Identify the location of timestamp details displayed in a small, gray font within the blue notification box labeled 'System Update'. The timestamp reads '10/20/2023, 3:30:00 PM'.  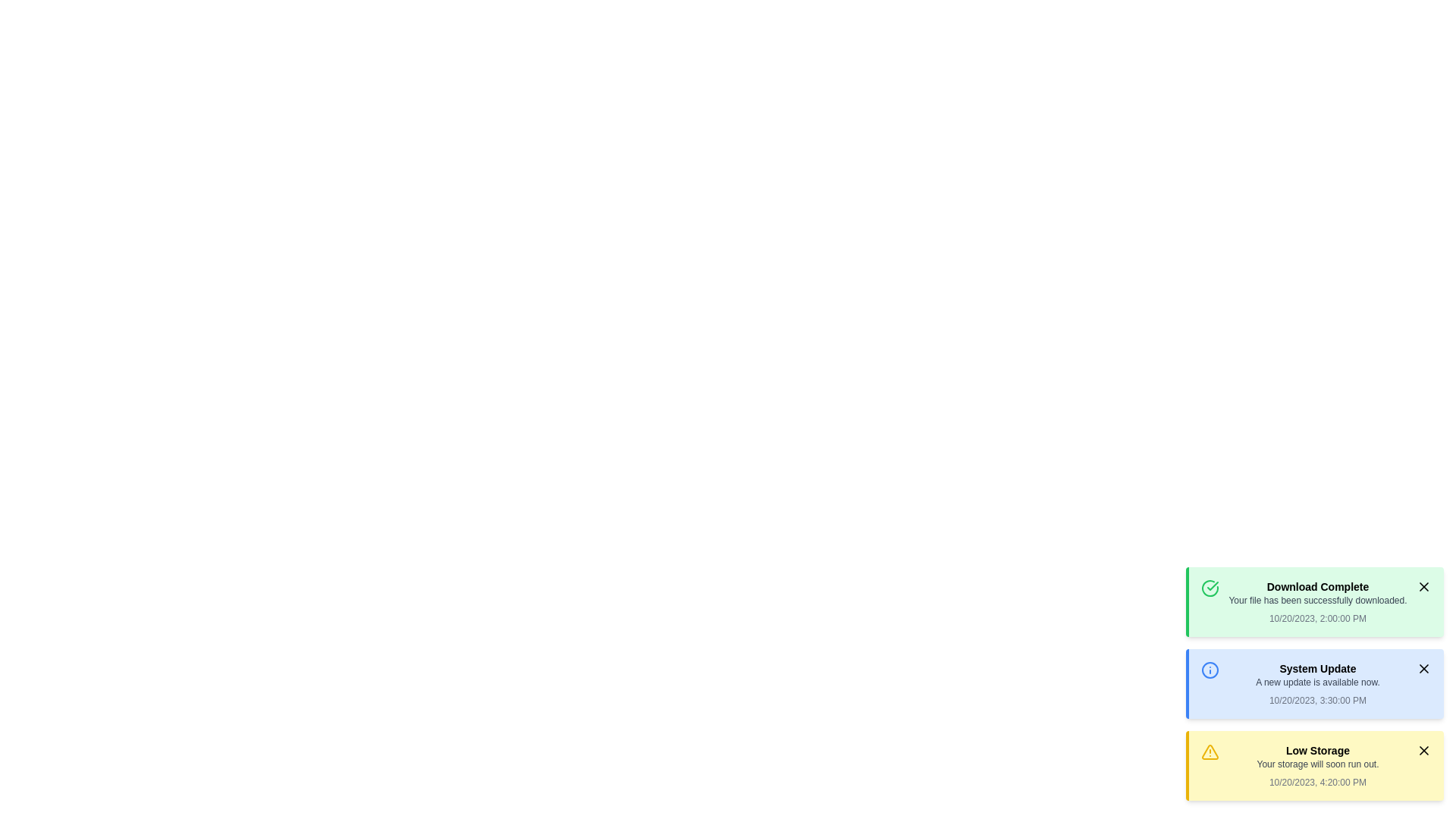
(1316, 701).